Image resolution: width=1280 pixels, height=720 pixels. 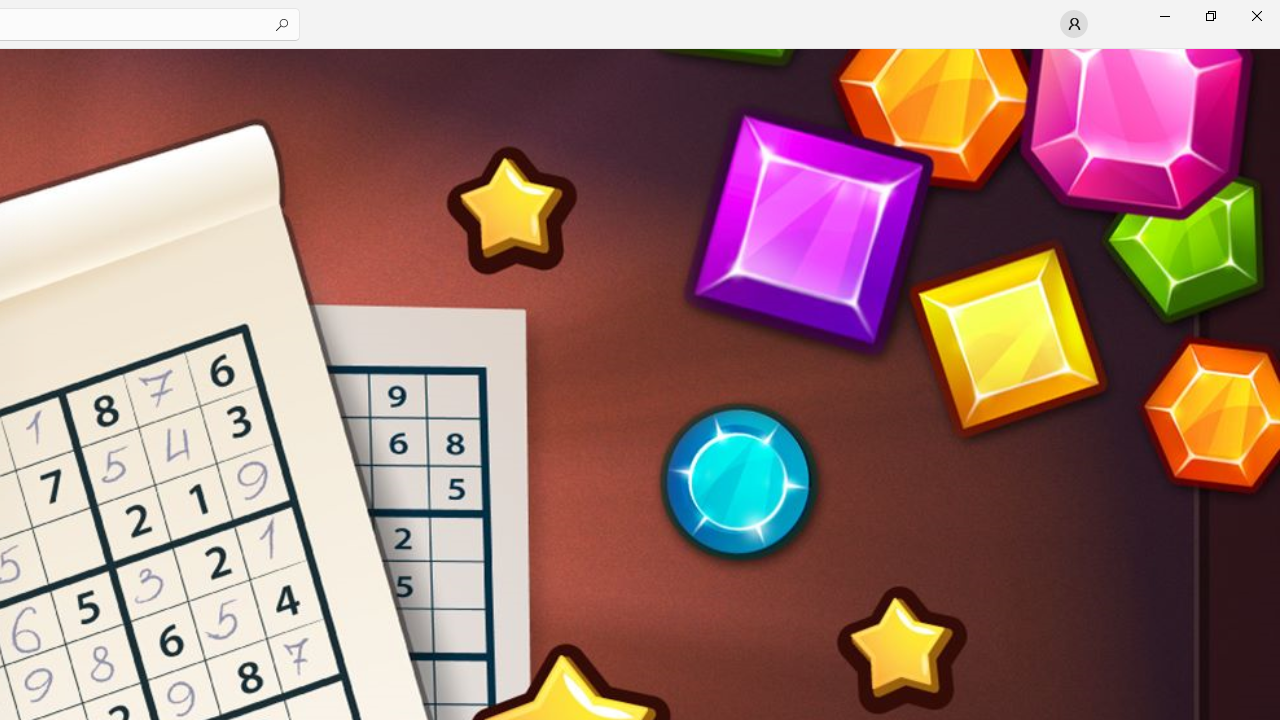 I want to click on 'Restore Microsoft Store', so click(x=1209, y=15).